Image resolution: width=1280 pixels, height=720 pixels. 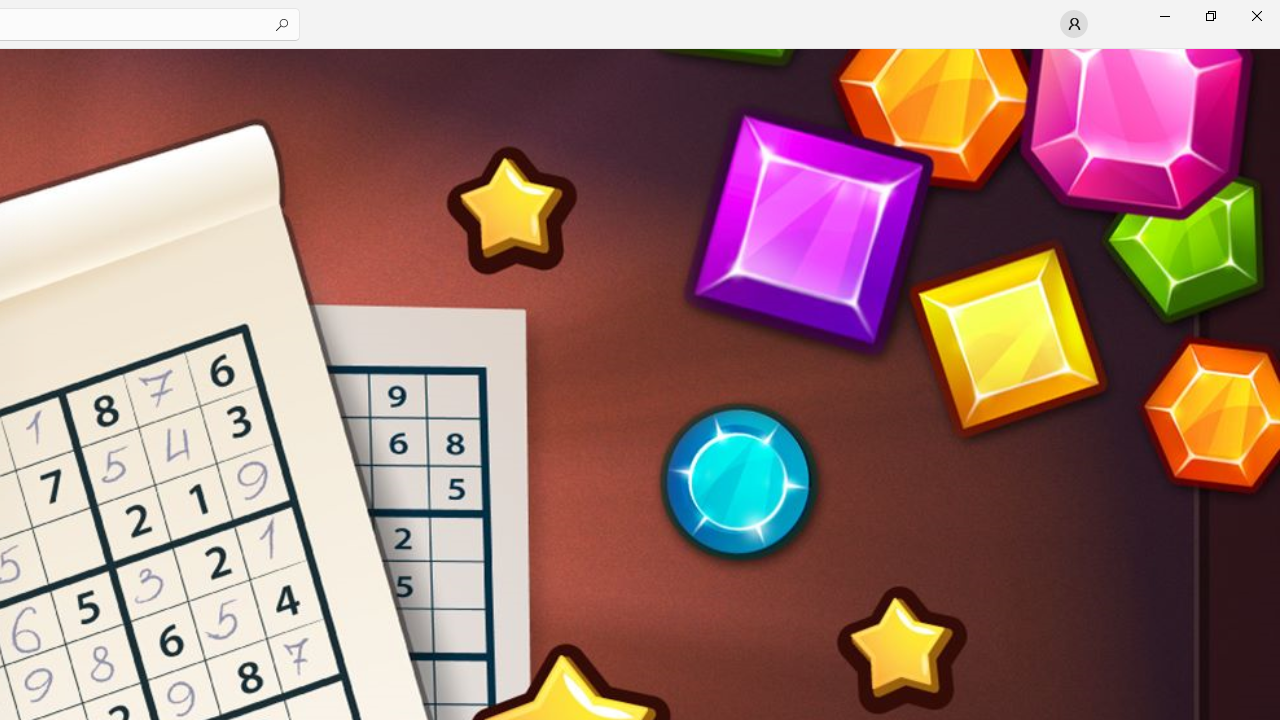 I want to click on 'Restore Microsoft Store', so click(x=1209, y=15).